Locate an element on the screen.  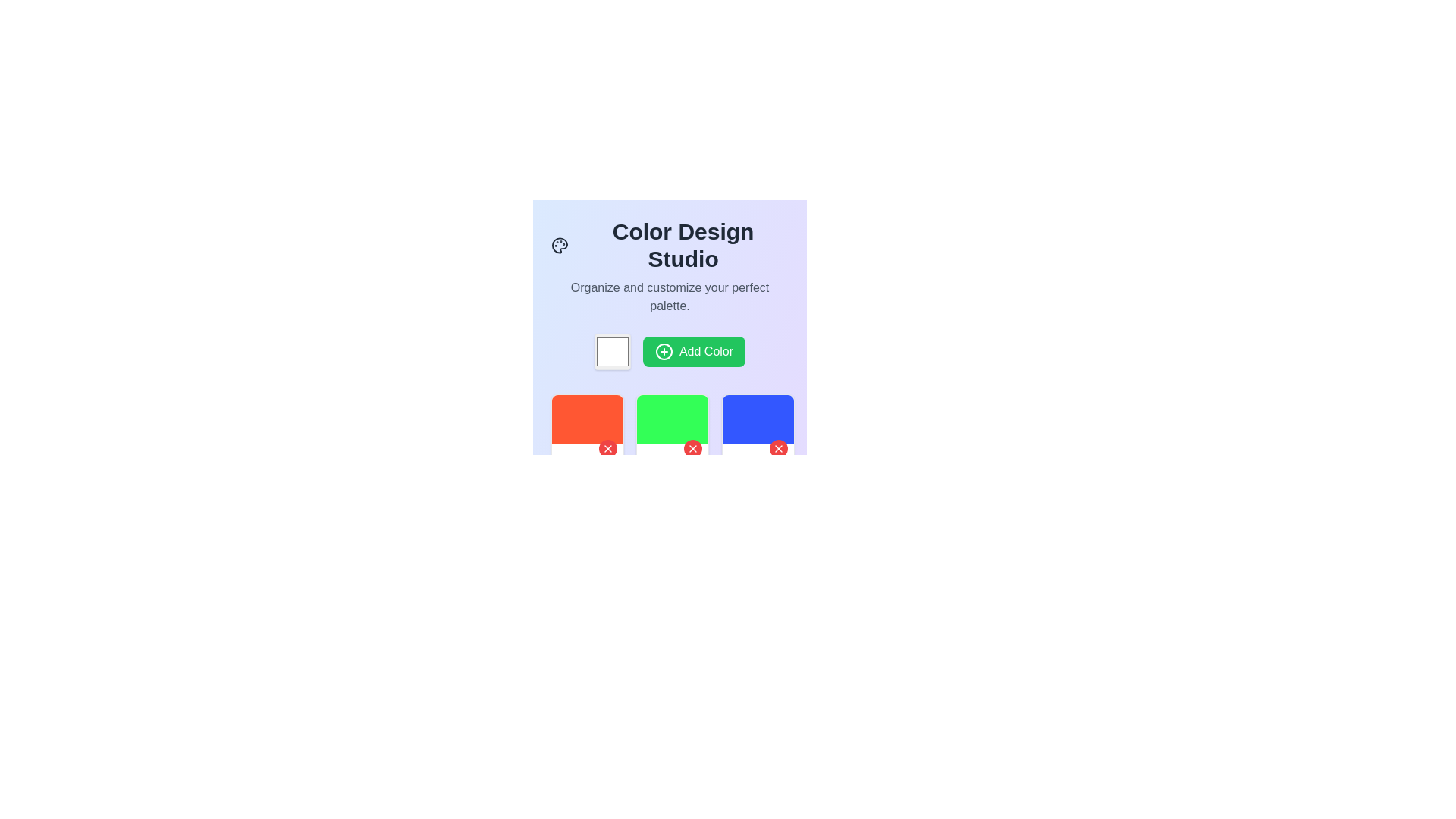
the vibrant red circular button with a white 'X' icon located at the bottom right corner of the blue card is located at coordinates (778, 447).